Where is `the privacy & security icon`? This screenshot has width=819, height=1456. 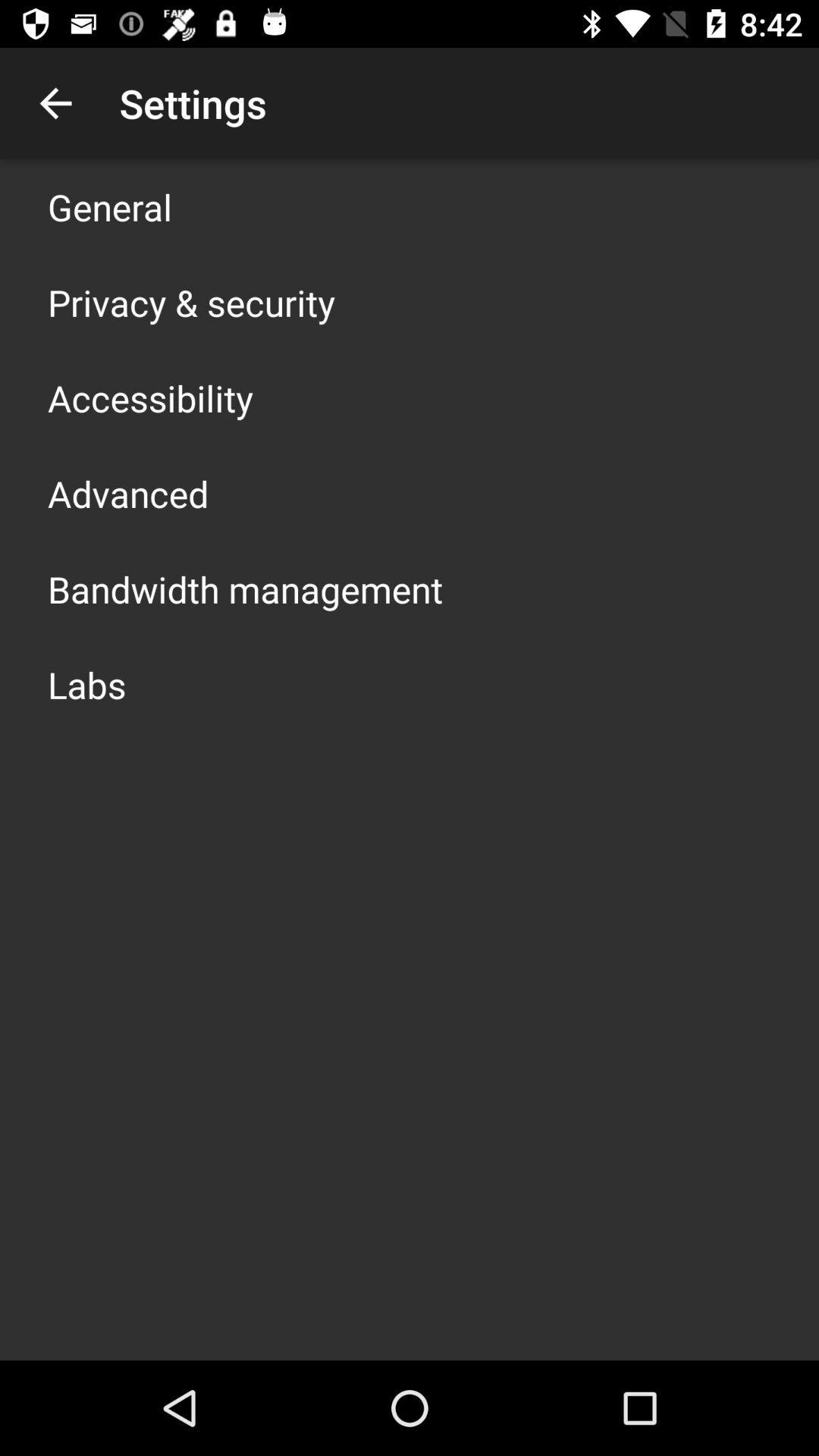
the privacy & security icon is located at coordinates (190, 302).